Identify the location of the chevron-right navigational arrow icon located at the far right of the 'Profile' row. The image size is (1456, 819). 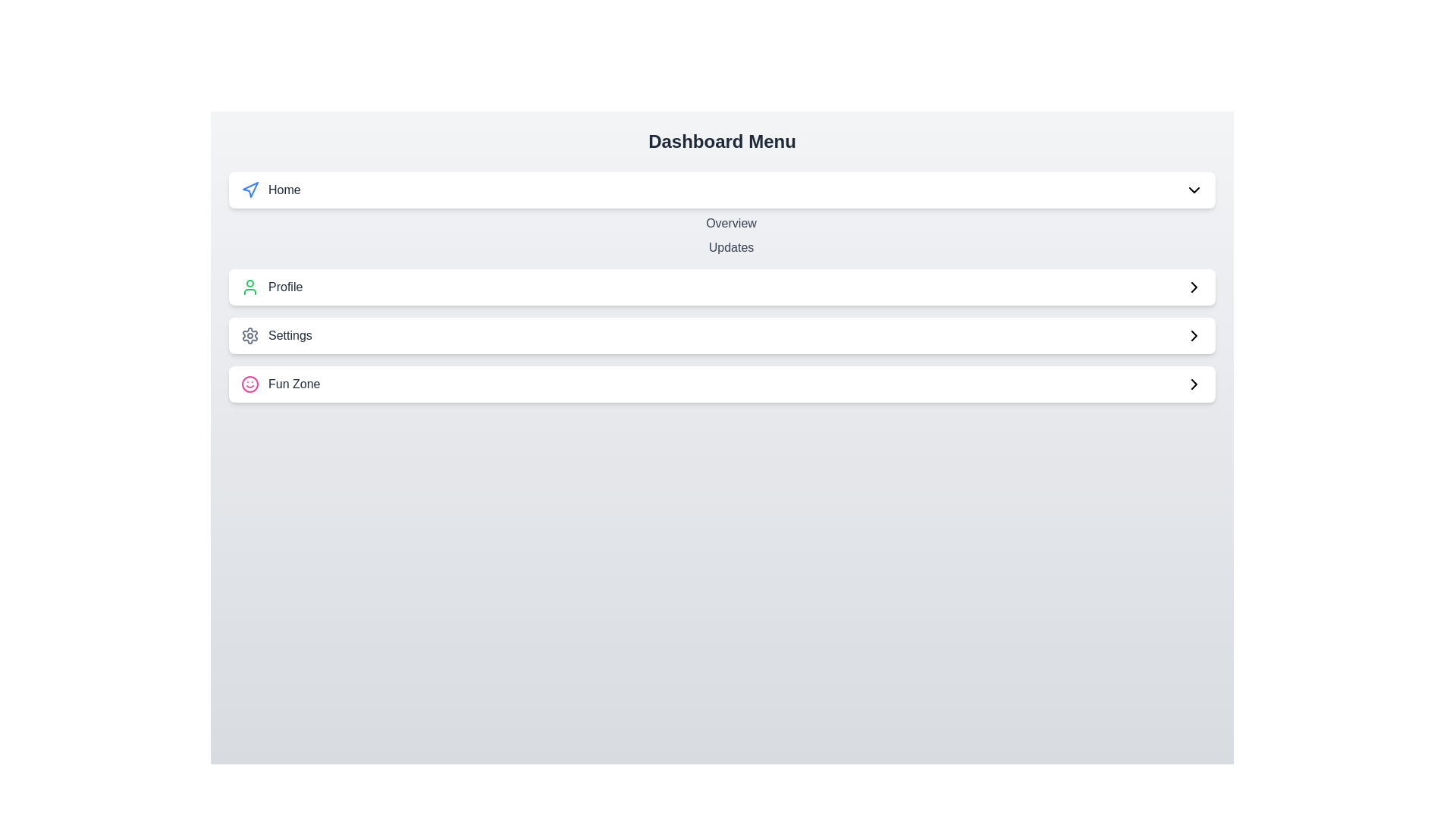
(1193, 287).